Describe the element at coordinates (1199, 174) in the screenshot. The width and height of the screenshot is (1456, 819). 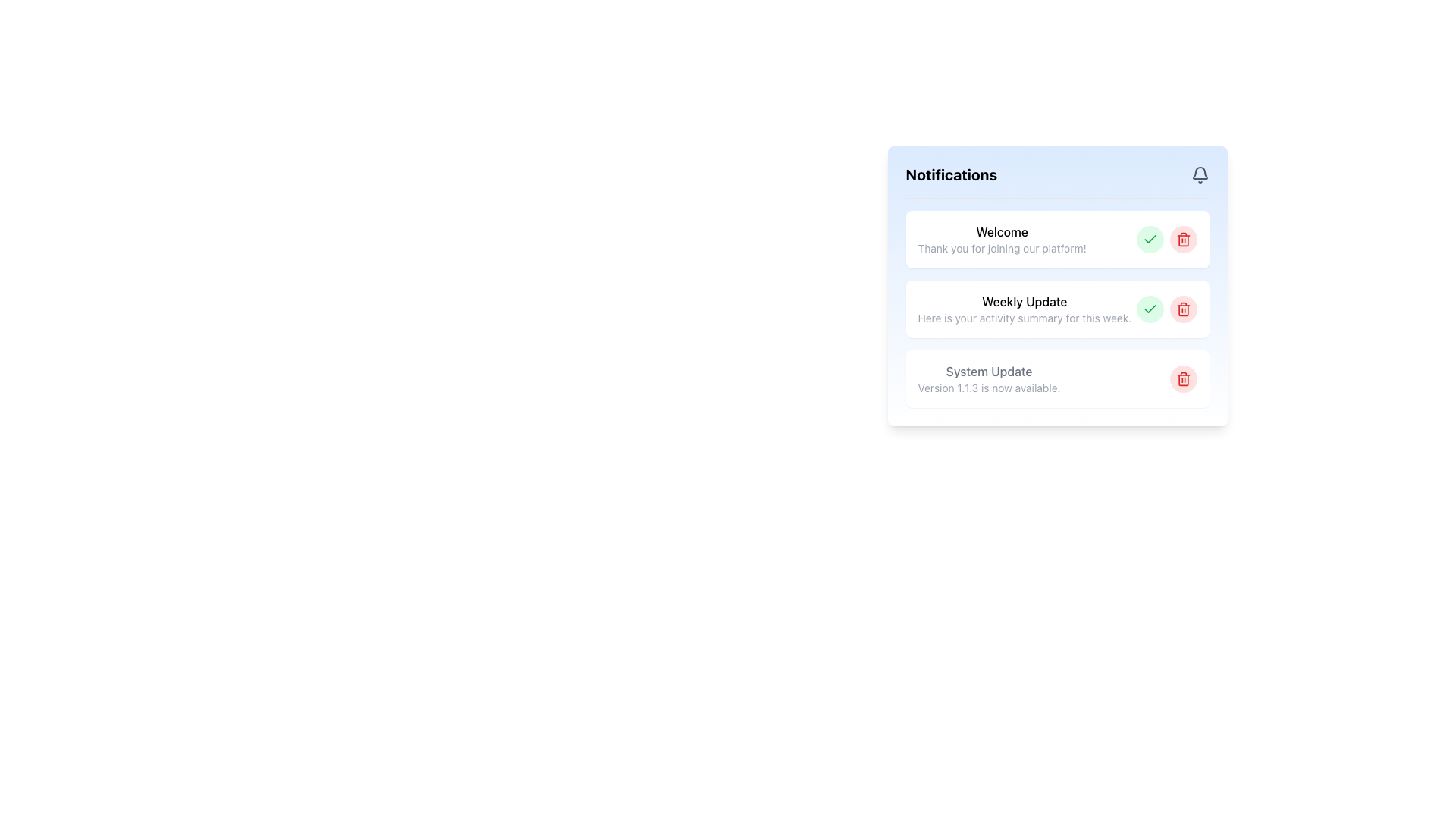
I see `the notification bell icon located at the top-right corner of the notification panel` at that location.